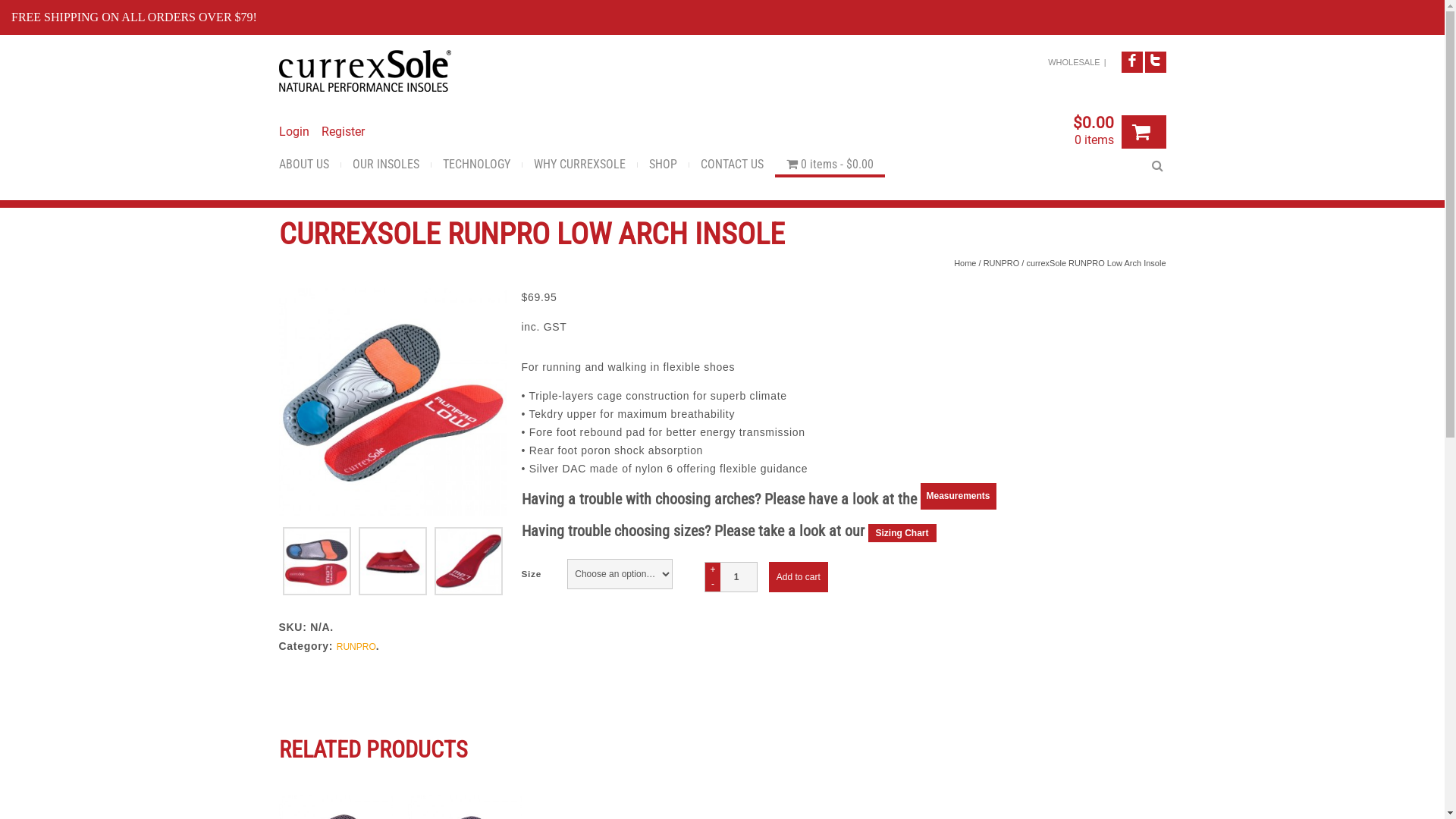 The height and width of the screenshot is (819, 1456). What do you see at coordinates (731, 166) in the screenshot?
I see `'CONTACT US'` at bounding box center [731, 166].